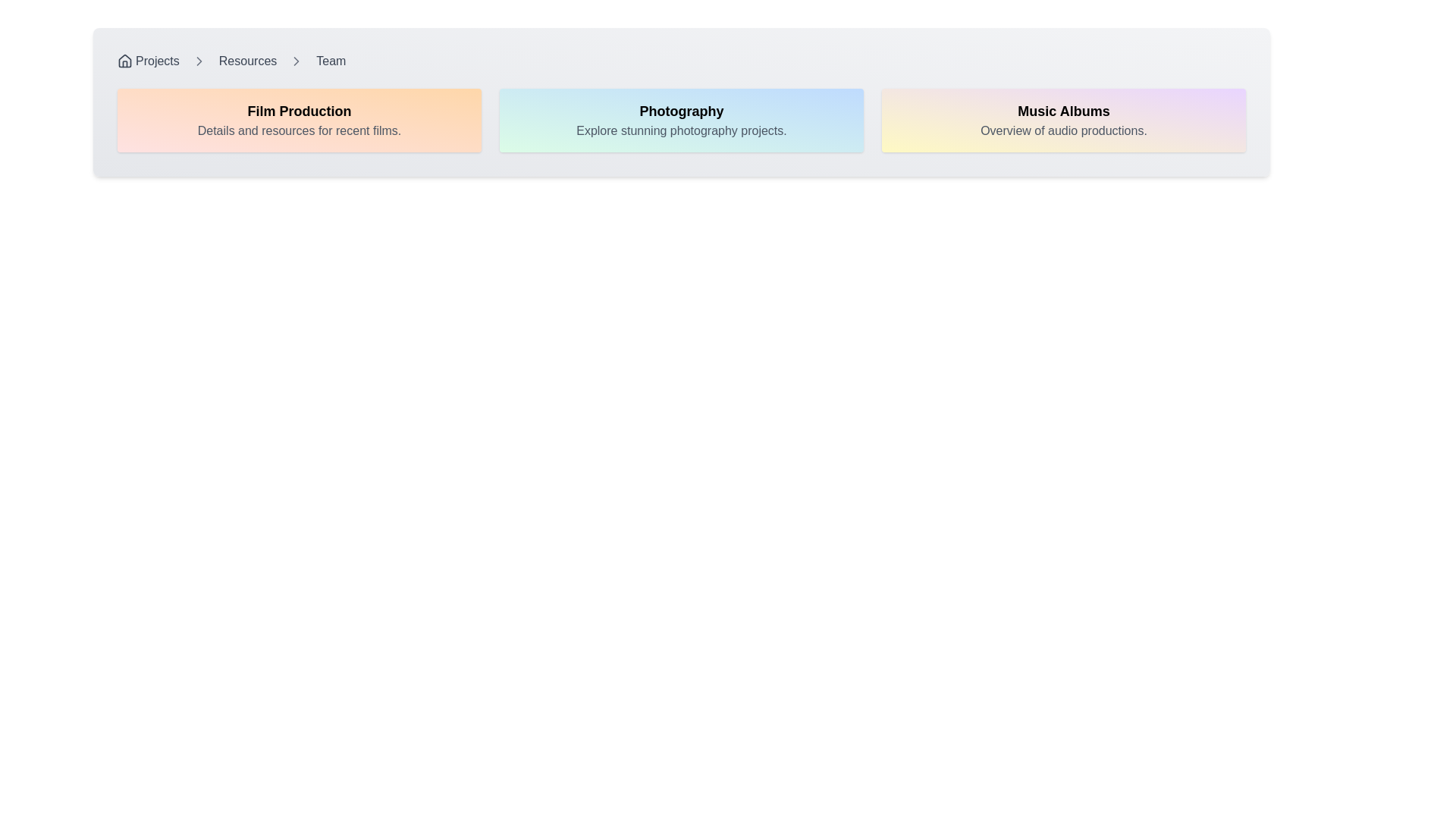 This screenshot has height=819, width=1456. Describe the element at coordinates (148, 61) in the screenshot. I see `the 'Projects' clickable link with an icon` at that location.